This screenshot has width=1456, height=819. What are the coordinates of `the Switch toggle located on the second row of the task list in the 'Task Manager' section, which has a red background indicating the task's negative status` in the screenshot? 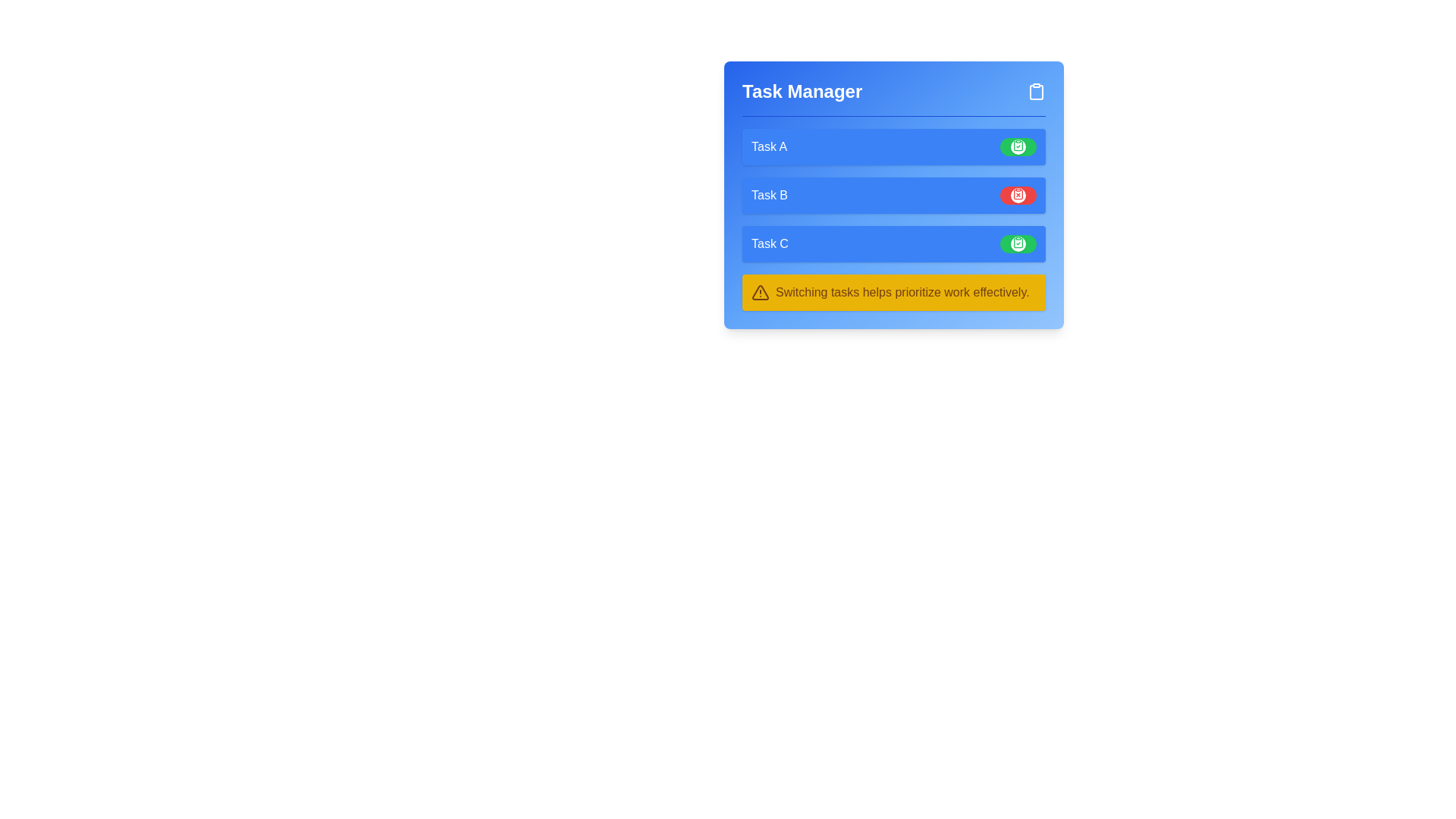 It's located at (1018, 195).